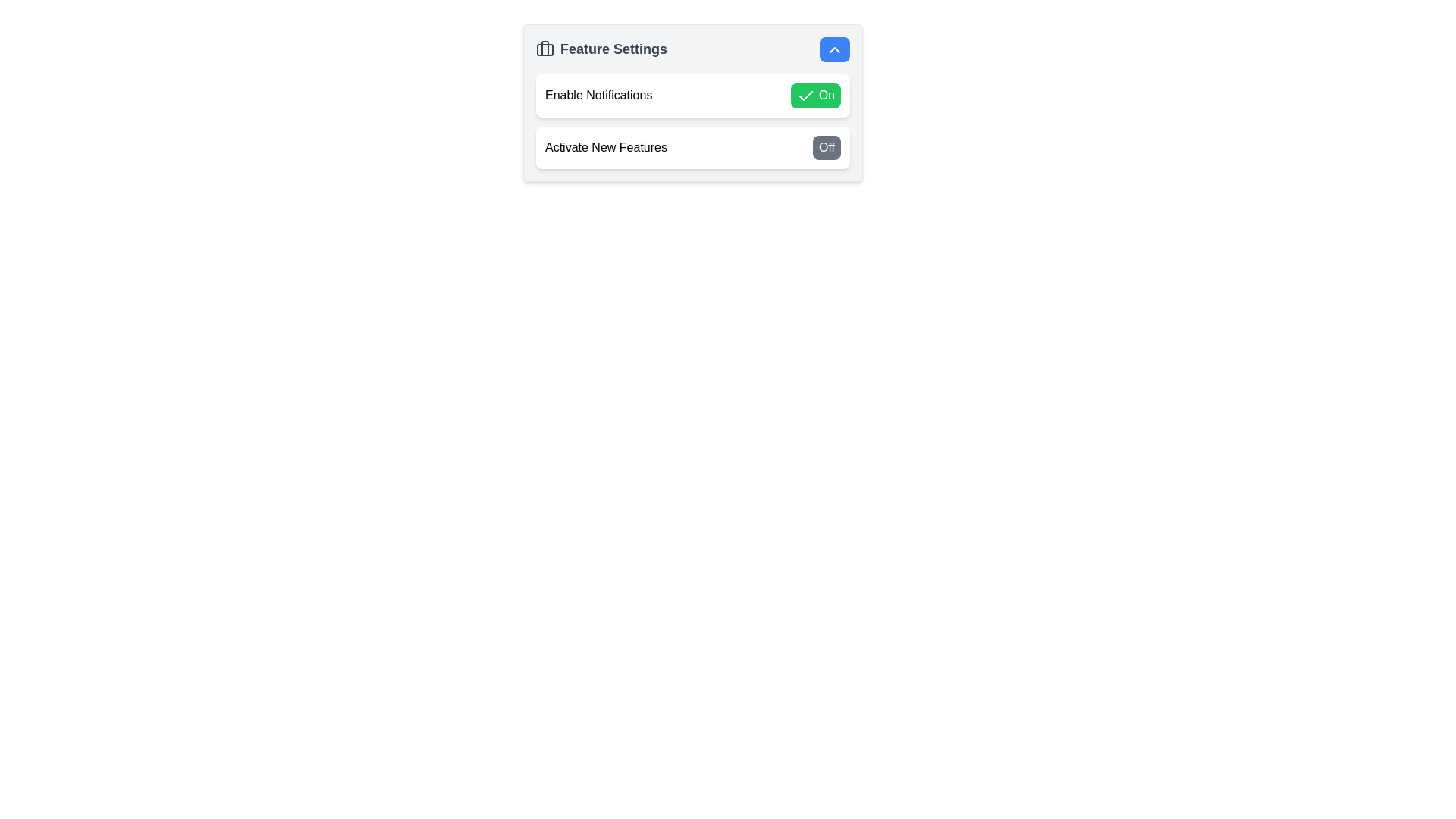 This screenshot has width=1456, height=819. I want to click on the icon indicating the enabled state of the 'Enable Notifications' toggle button, which is located inside the small green circle of the toggle button labeled 'On' in the settings panel, so click(805, 96).